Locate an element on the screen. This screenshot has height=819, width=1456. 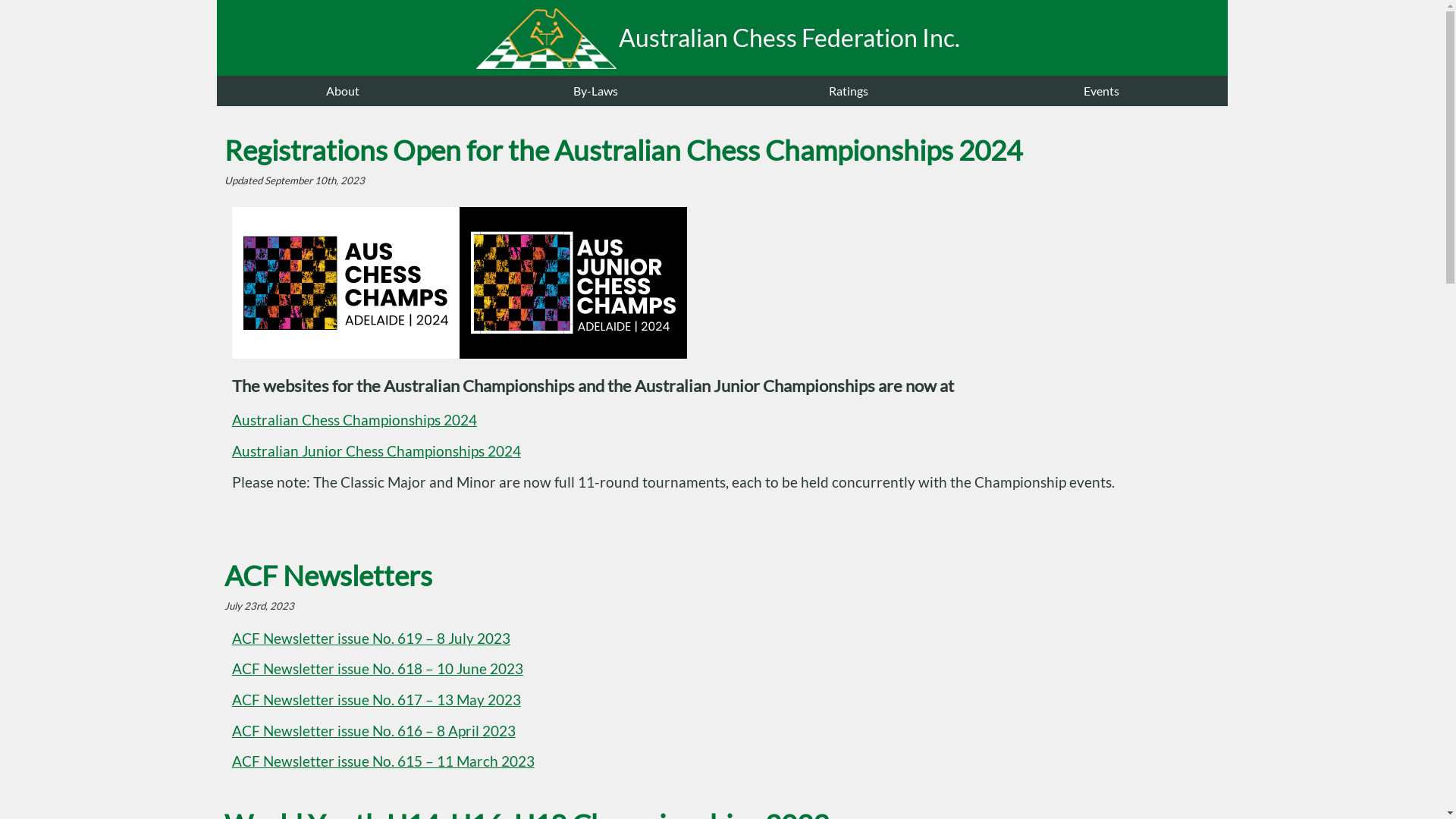
'Australian Chess Federation Inc.' is located at coordinates (722, 37).